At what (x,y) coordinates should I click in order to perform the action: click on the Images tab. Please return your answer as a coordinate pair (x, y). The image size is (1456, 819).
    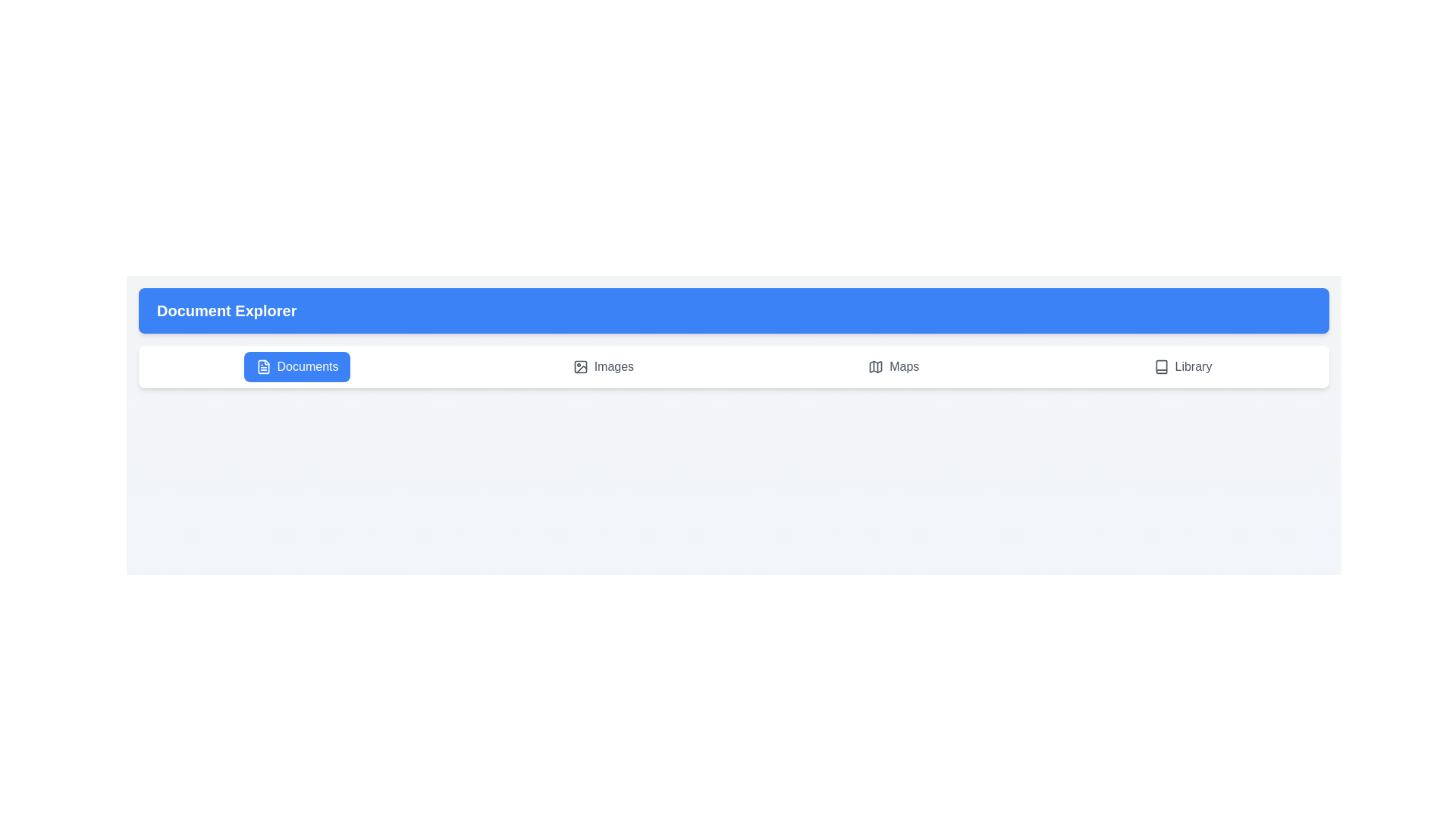
    Looking at the image, I should click on (603, 366).